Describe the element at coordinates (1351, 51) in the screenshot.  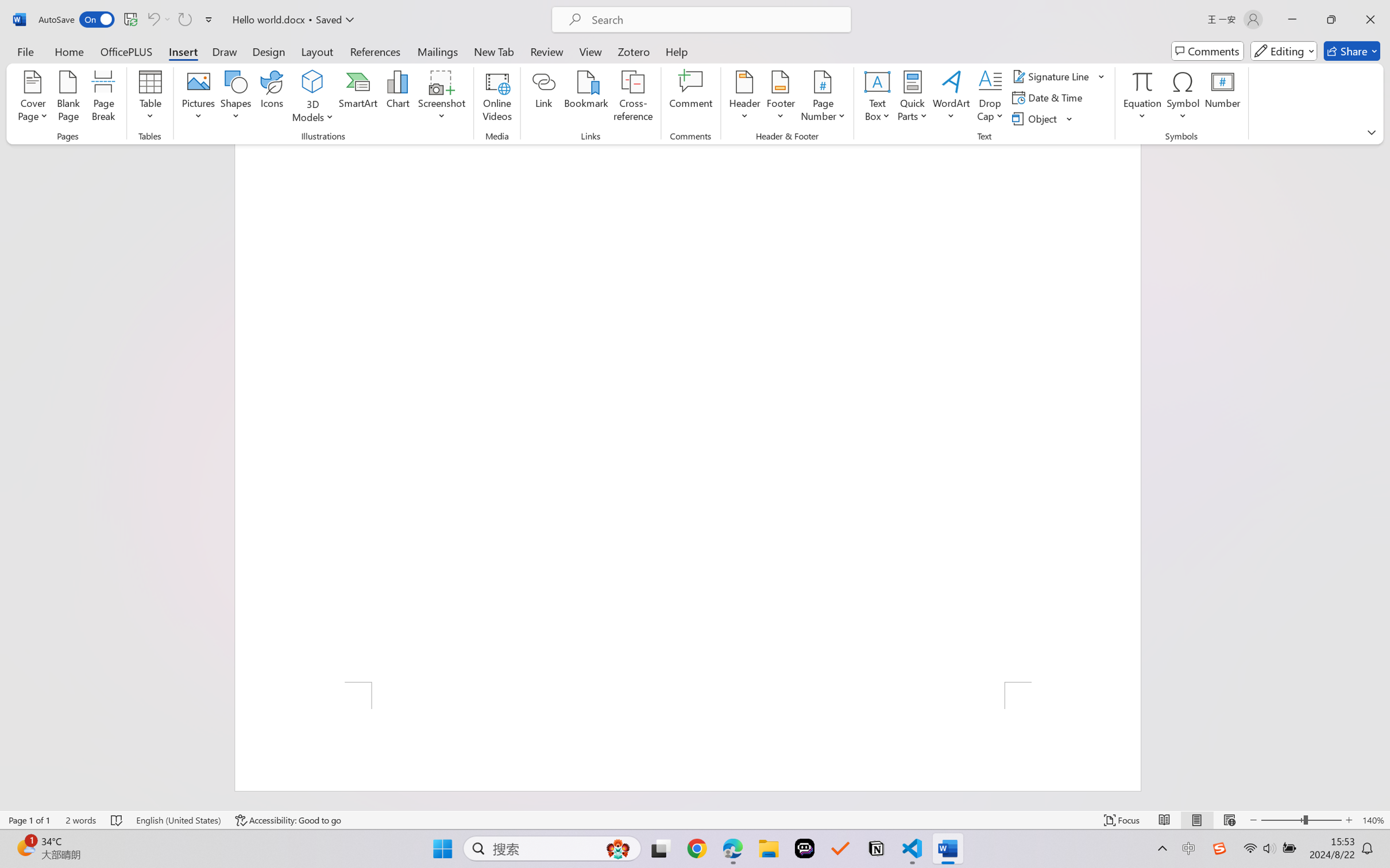
I see `'Share'` at that location.